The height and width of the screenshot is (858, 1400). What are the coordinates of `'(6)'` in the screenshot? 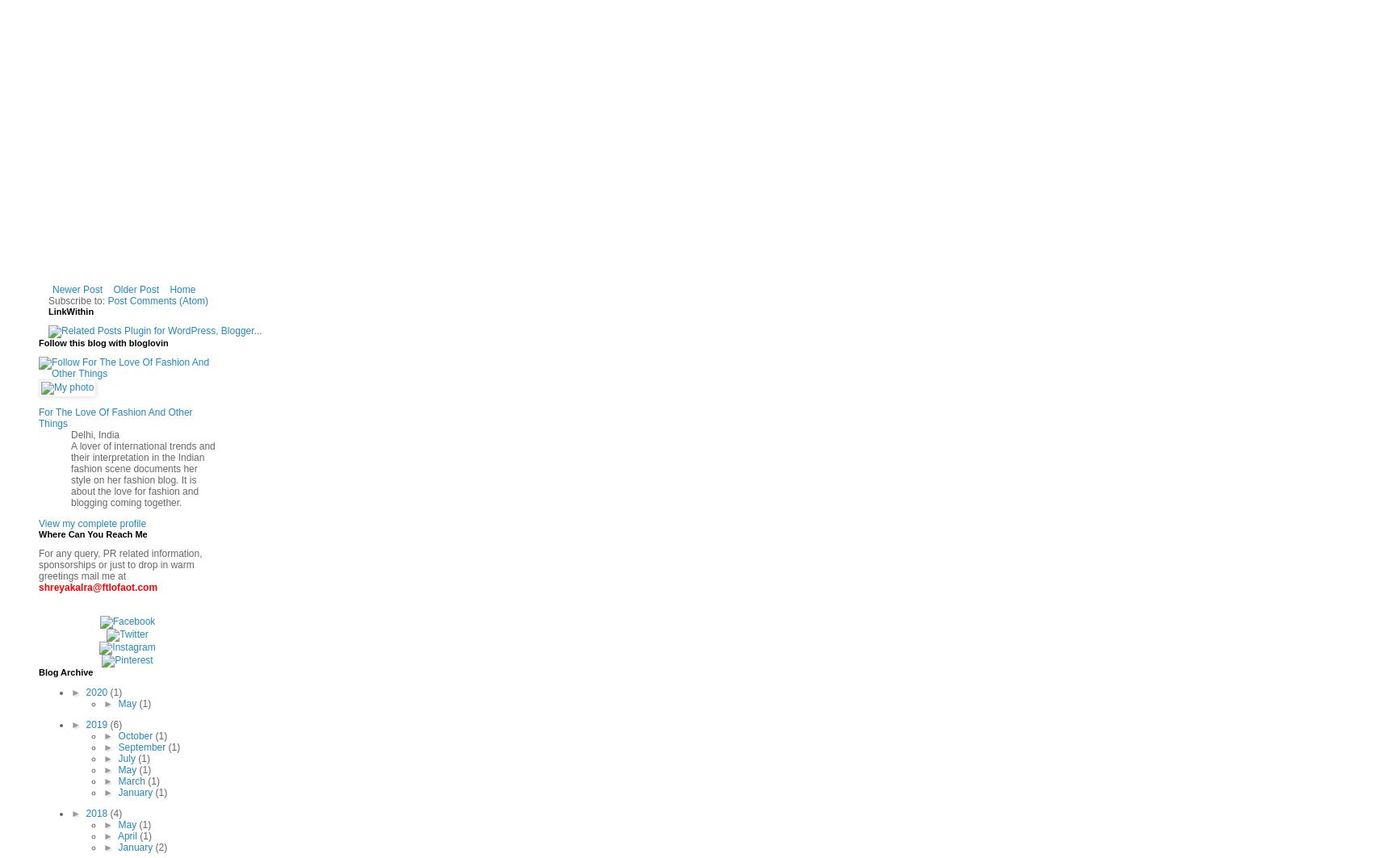 It's located at (115, 724).